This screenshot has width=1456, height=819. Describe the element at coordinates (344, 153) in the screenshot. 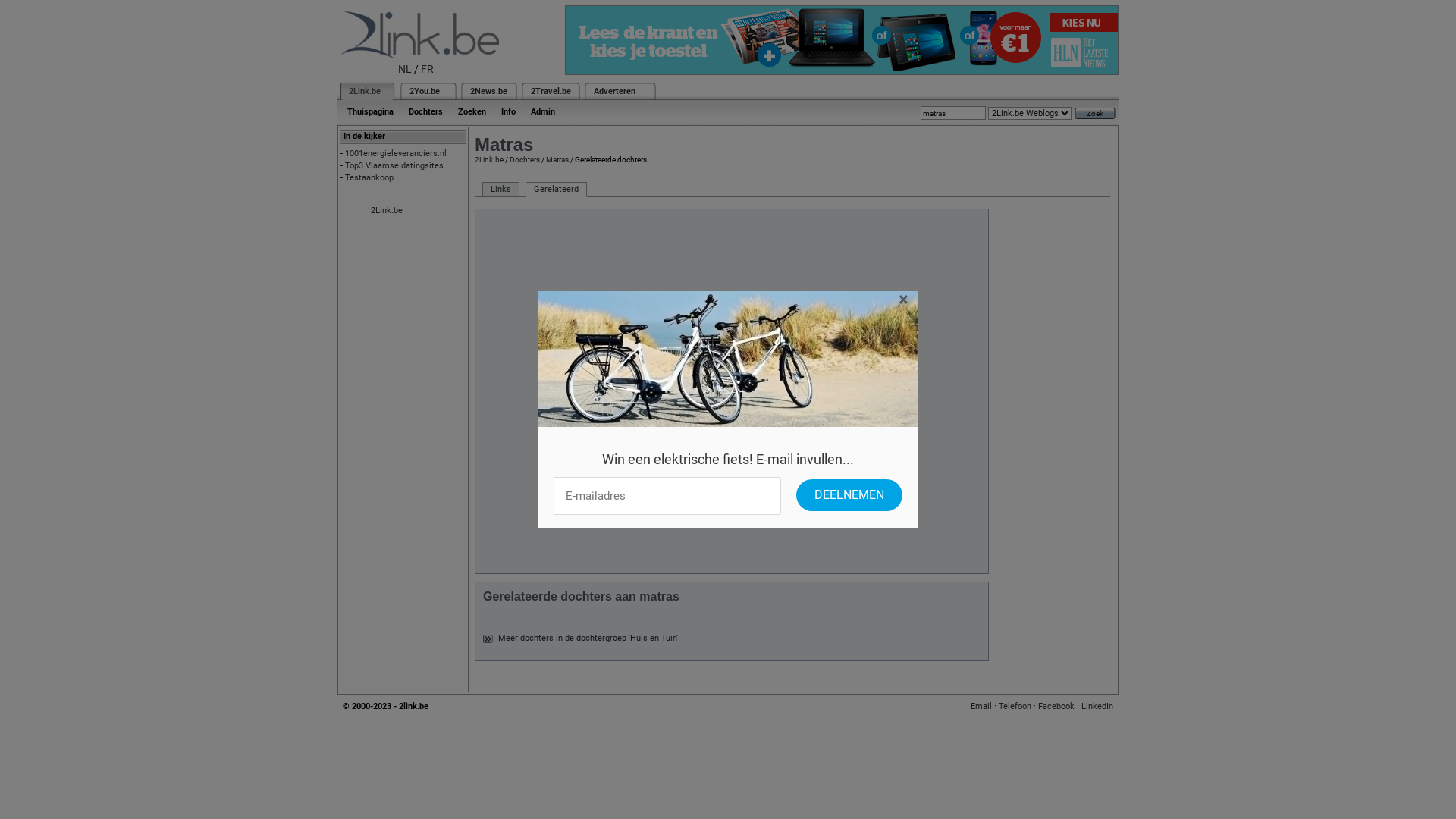

I see `'1001energieleveranciers.nl'` at that location.